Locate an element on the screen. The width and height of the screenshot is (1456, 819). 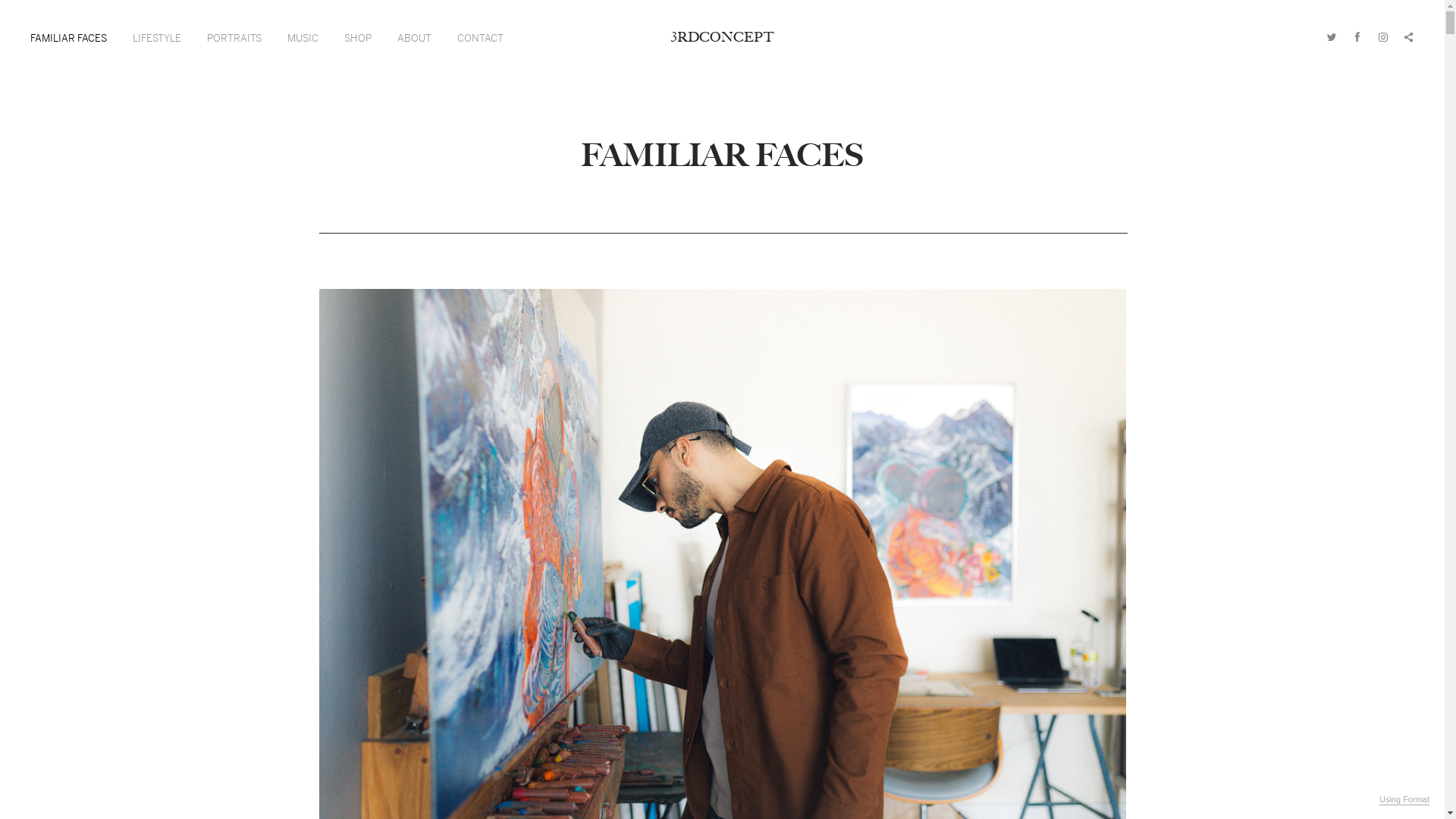
'SHOP' is located at coordinates (356, 37).